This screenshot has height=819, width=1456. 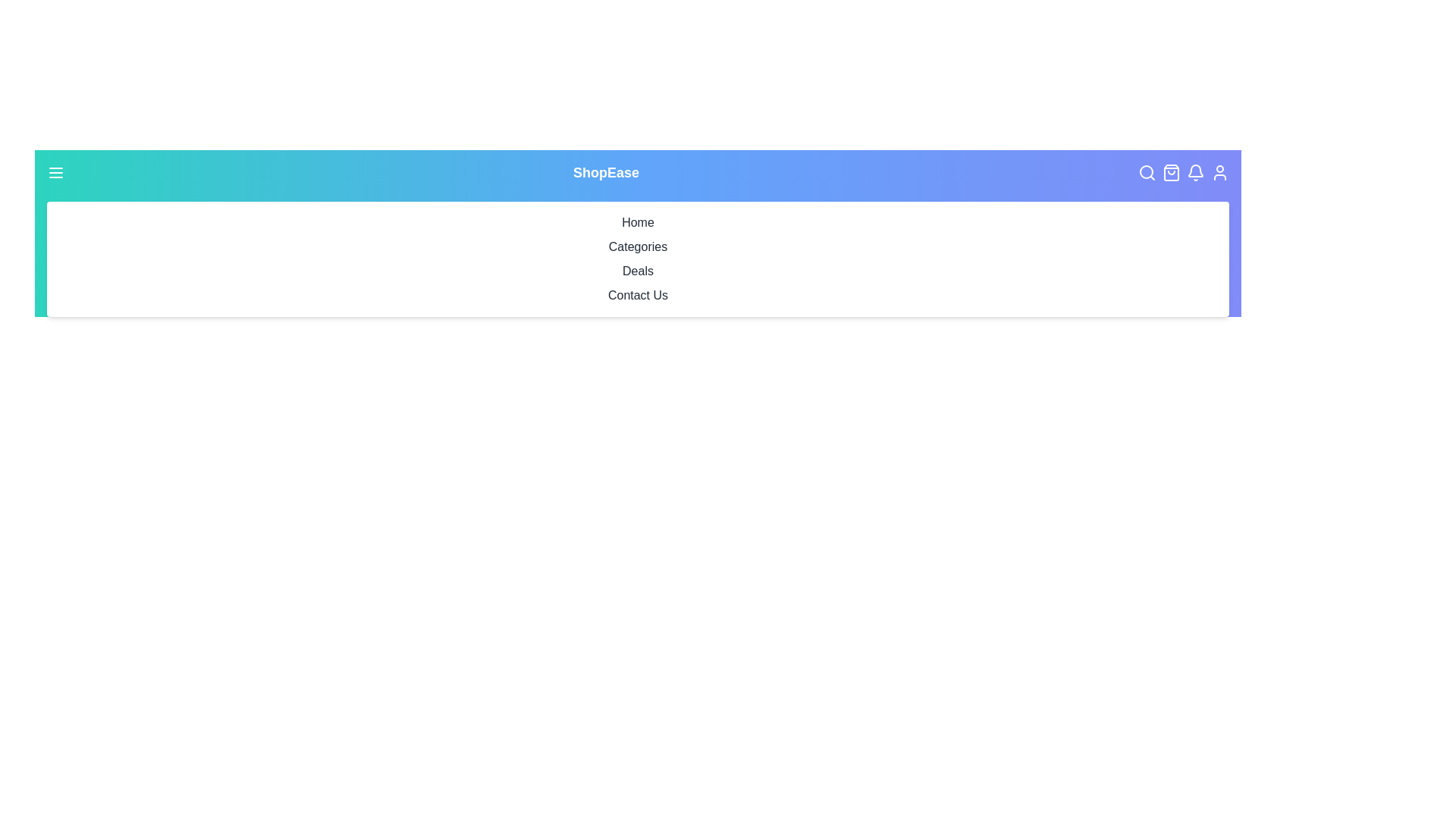 What do you see at coordinates (1219, 171) in the screenshot?
I see `the 'User' icon in the navigation bar` at bounding box center [1219, 171].